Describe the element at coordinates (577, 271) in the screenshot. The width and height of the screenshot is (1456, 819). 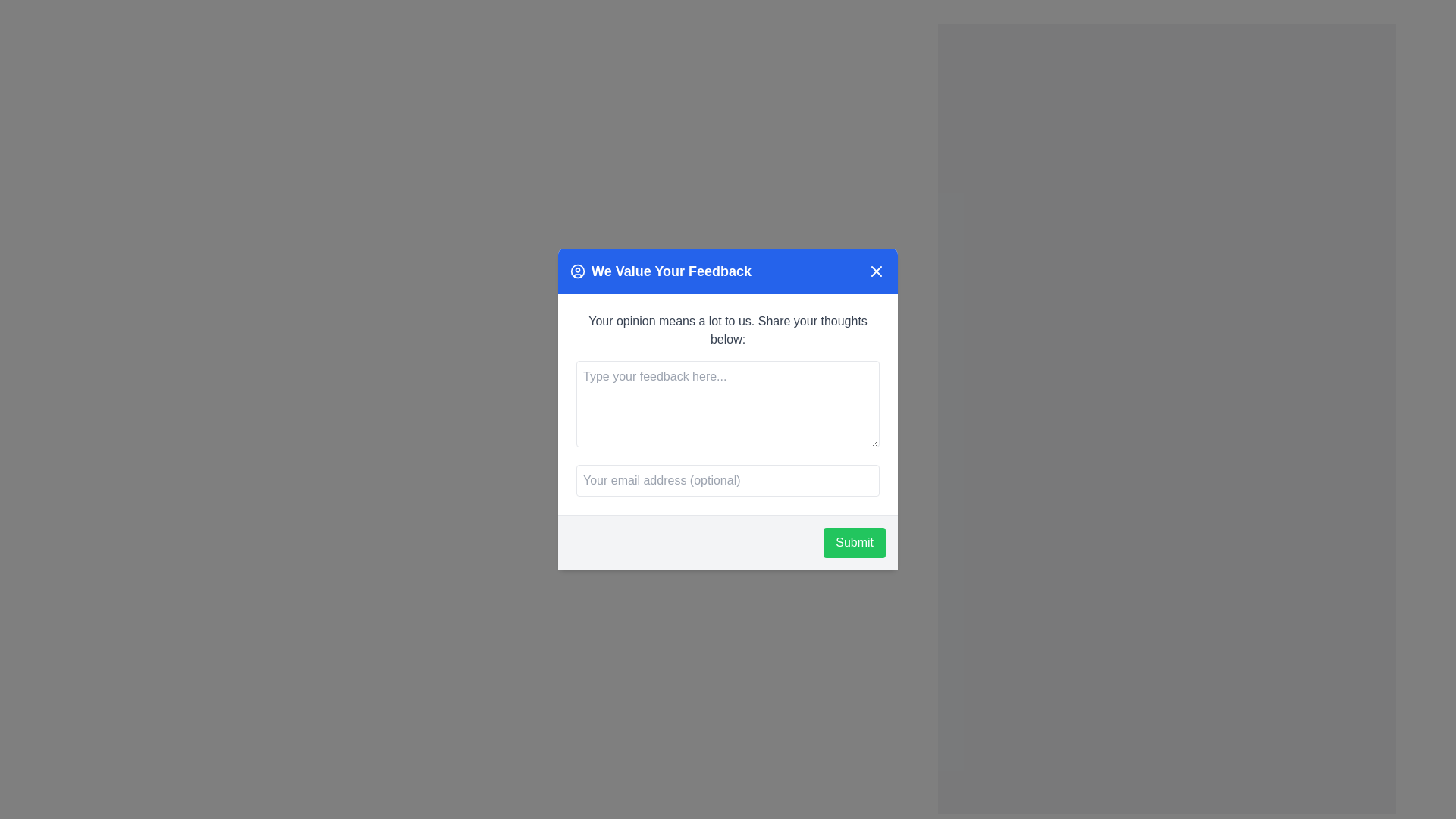
I see `the circular graphic component located in the upper-left corner of the feedback modal header, next to the title 'We Value Your Feedback'` at that location.